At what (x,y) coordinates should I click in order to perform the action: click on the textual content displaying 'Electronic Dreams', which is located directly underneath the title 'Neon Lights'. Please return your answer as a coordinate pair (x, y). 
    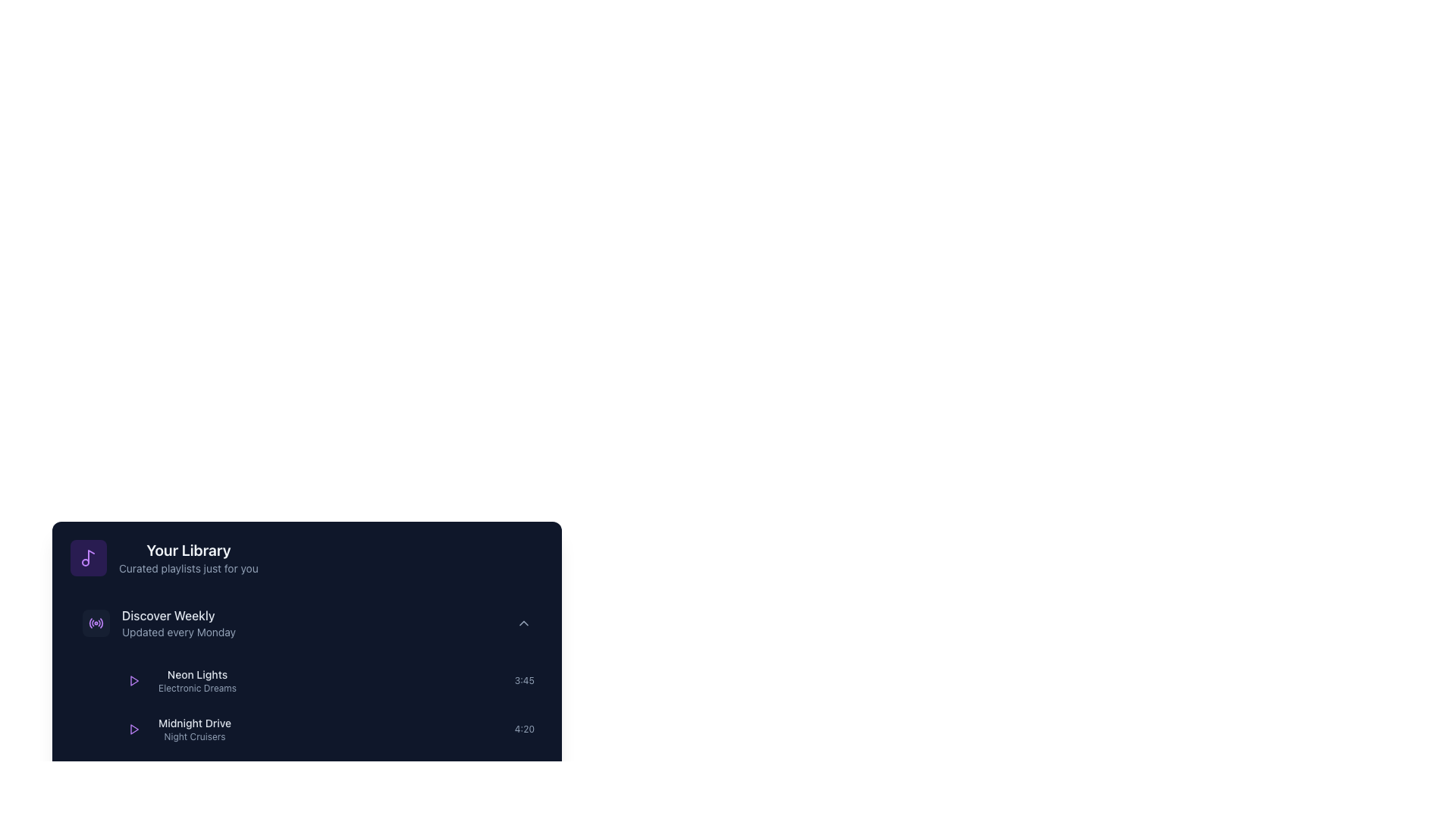
    Looking at the image, I should click on (196, 688).